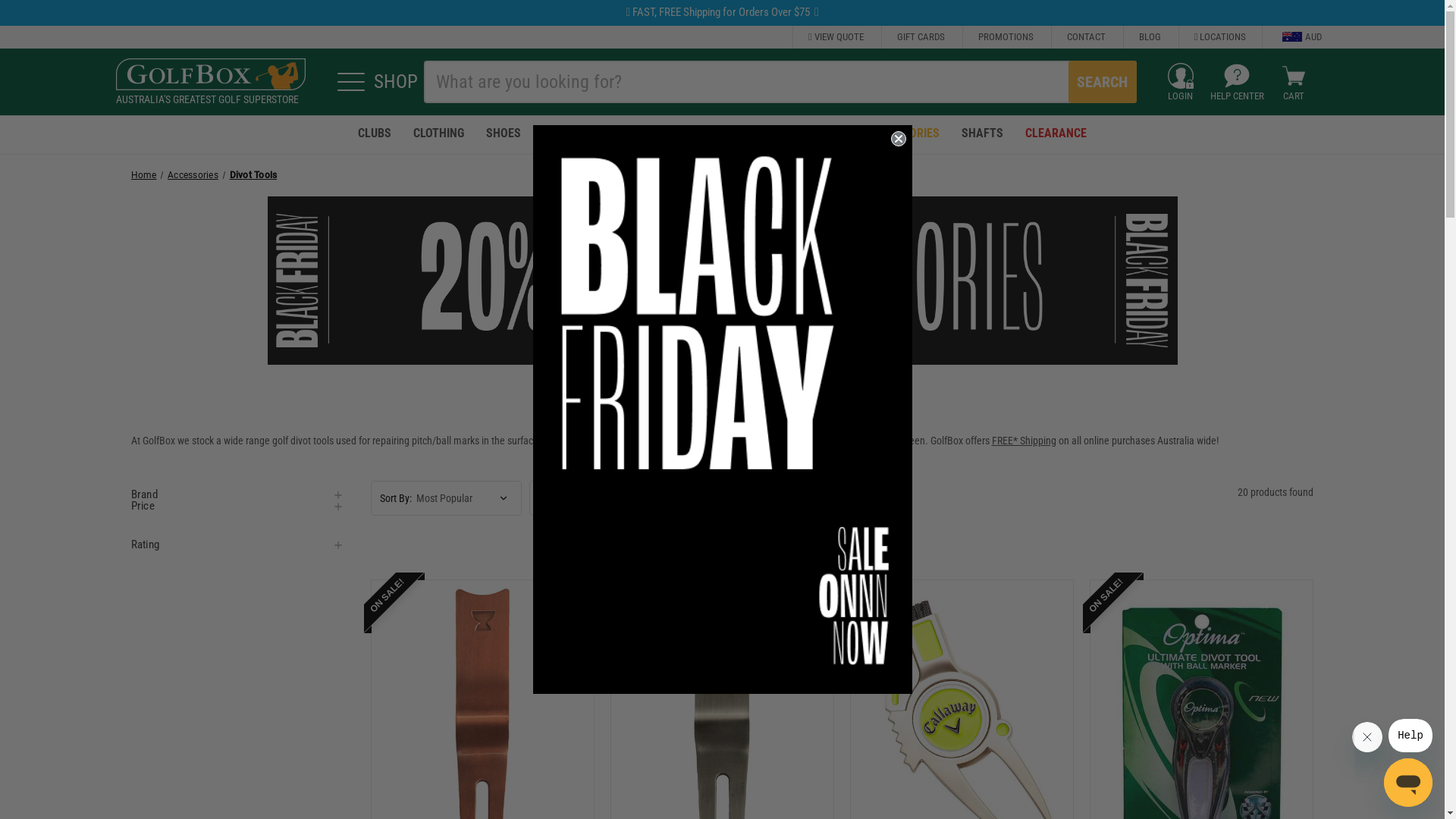  Describe the element at coordinates (1006, 36) in the screenshot. I see `'PROMOTIONS'` at that location.